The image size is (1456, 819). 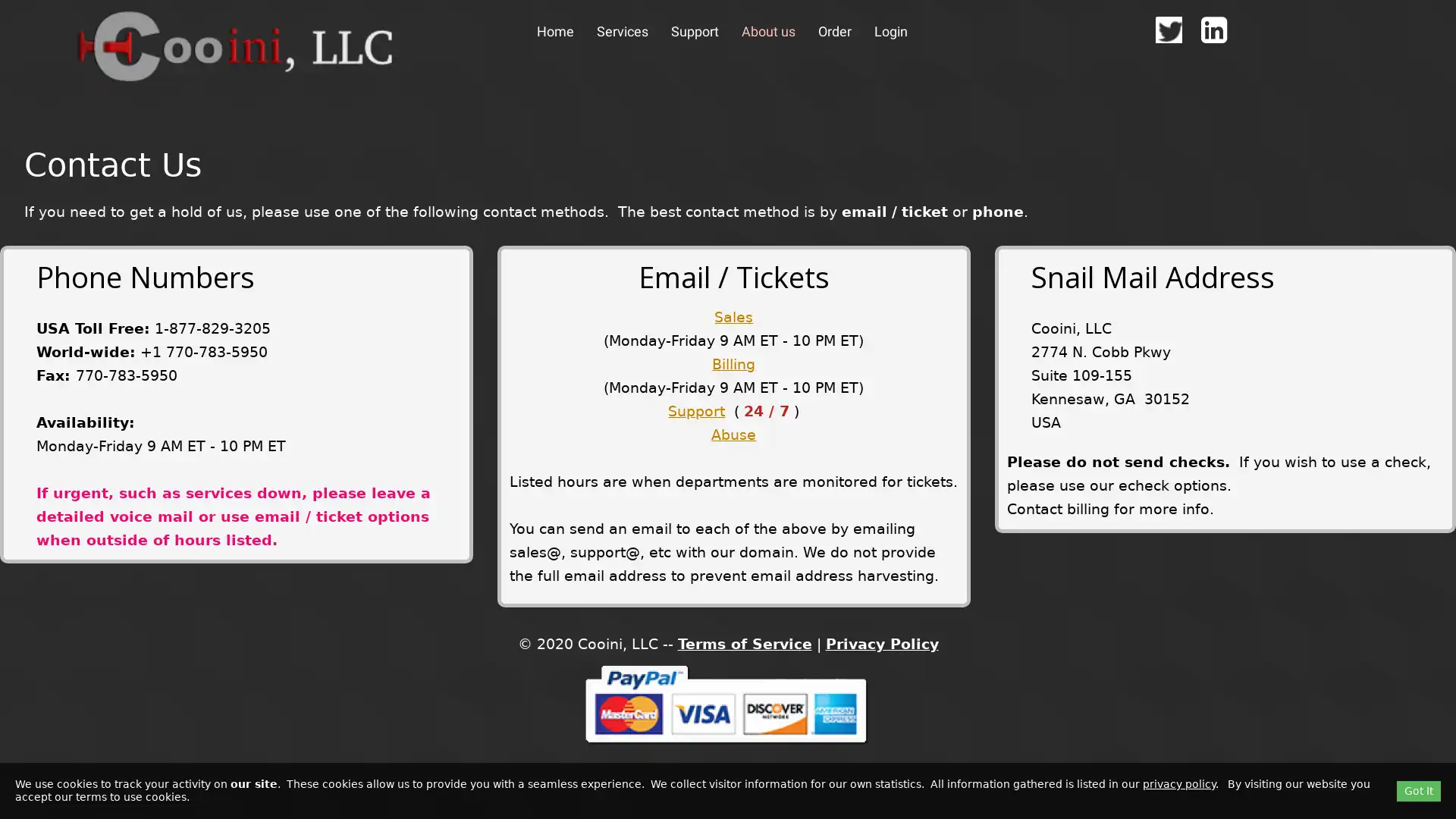 What do you see at coordinates (1418, 789) in the screenshot?
I see `Got It` at bounding box center [1418, 789].